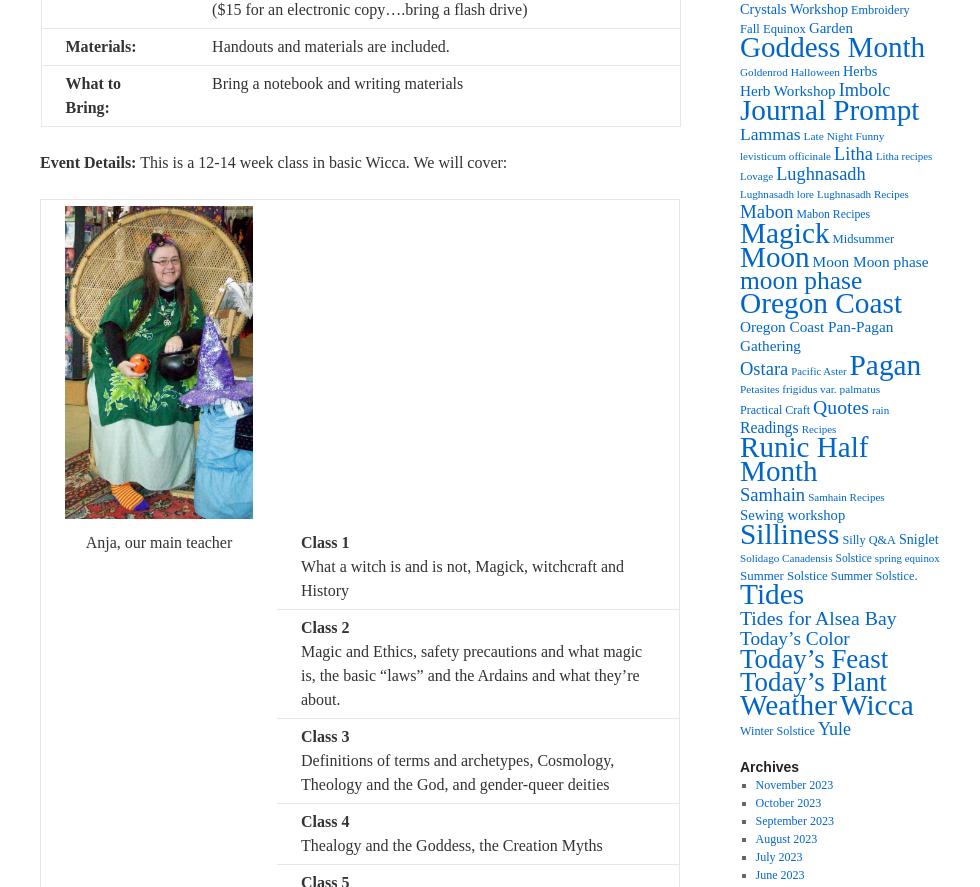 The width and height of the screenshot is (980, 887). Describe the element at coordinates (803, 458) in the screenshot. I see `'Runic Half Month'` at that location.